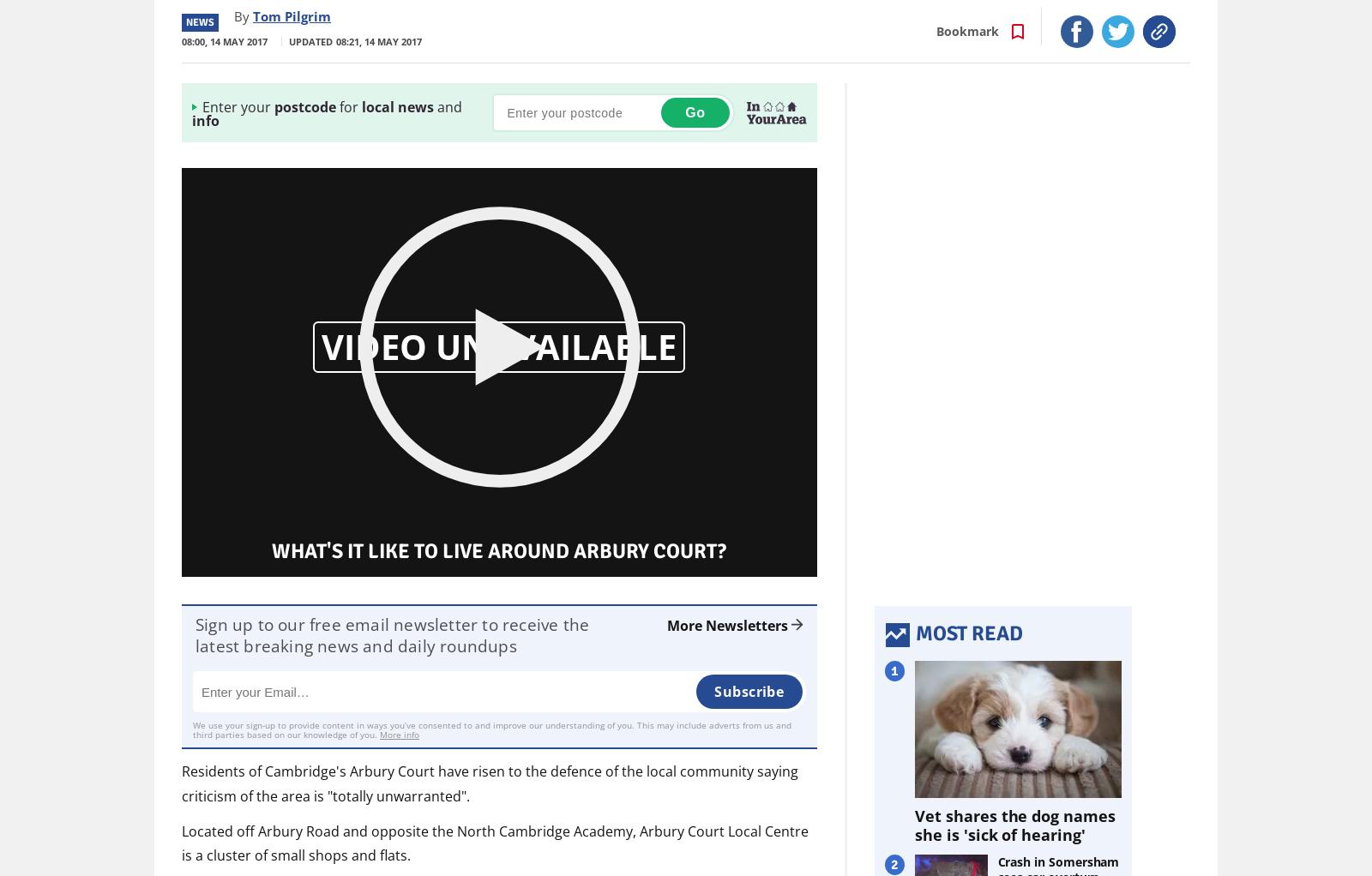 This screenshot has height=876, width=1372. Describe the element at coordinates (894, 863) in the screenshot. I see `'2'` at that location.